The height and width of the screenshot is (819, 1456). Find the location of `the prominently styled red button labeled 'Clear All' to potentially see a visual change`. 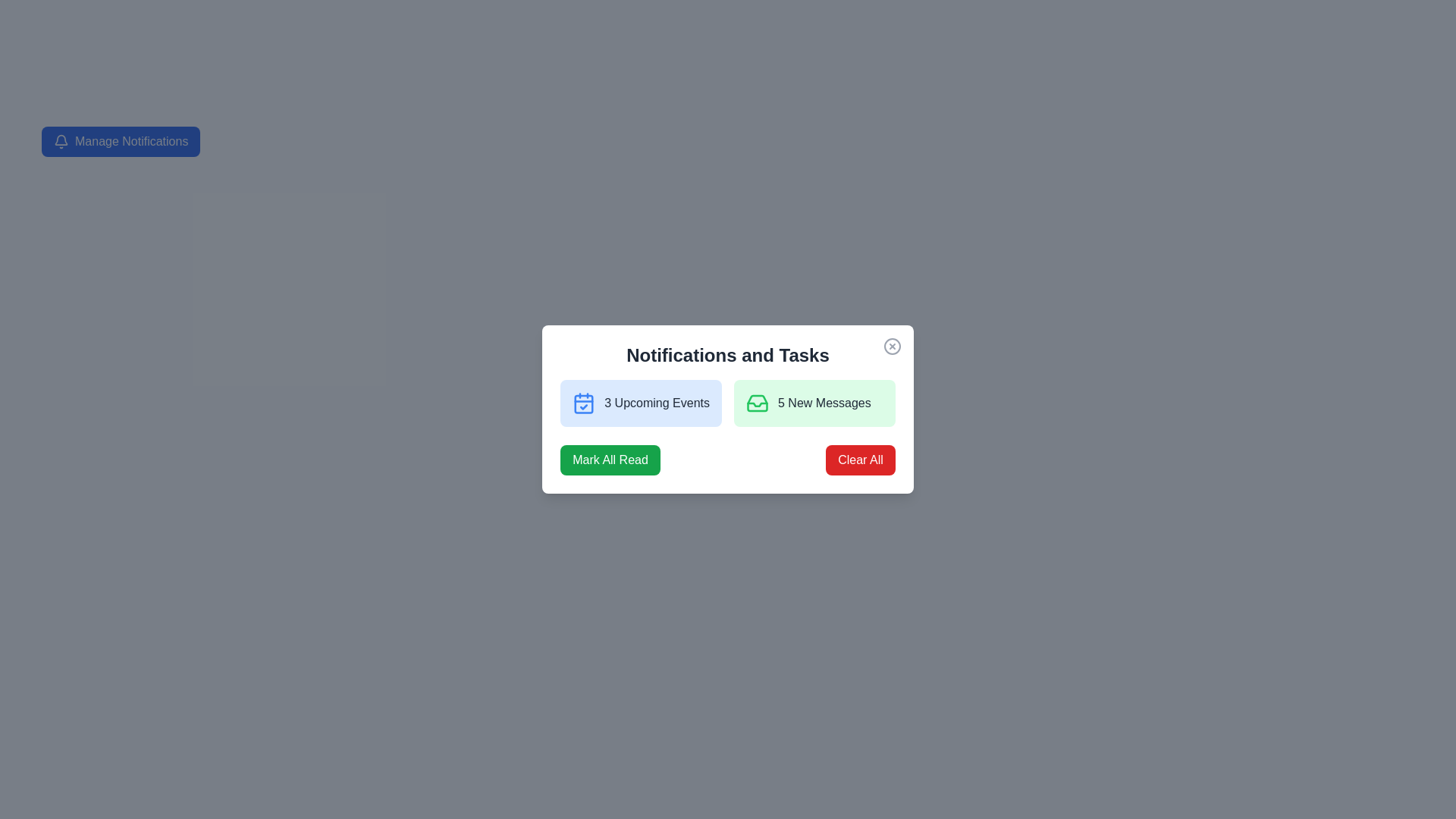

the prominently styled red button labeled 'Clear All' to potentially see a visual change is located at coordinates (860, 459).